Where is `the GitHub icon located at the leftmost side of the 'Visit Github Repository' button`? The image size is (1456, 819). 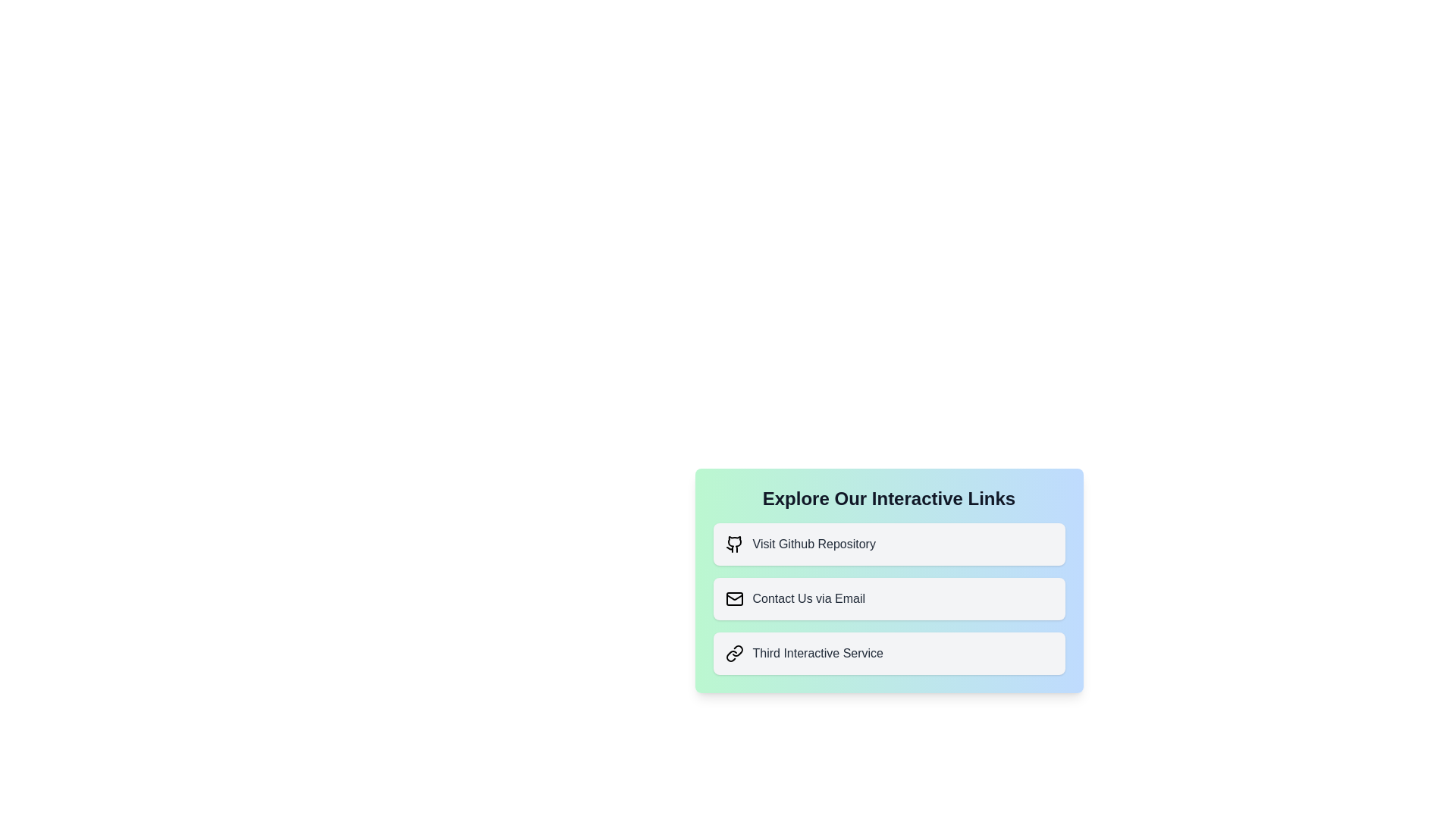
the GitHub icon located at the leftmost side of the 'Visit Github Repository' button is located at coordinates (734, 543).